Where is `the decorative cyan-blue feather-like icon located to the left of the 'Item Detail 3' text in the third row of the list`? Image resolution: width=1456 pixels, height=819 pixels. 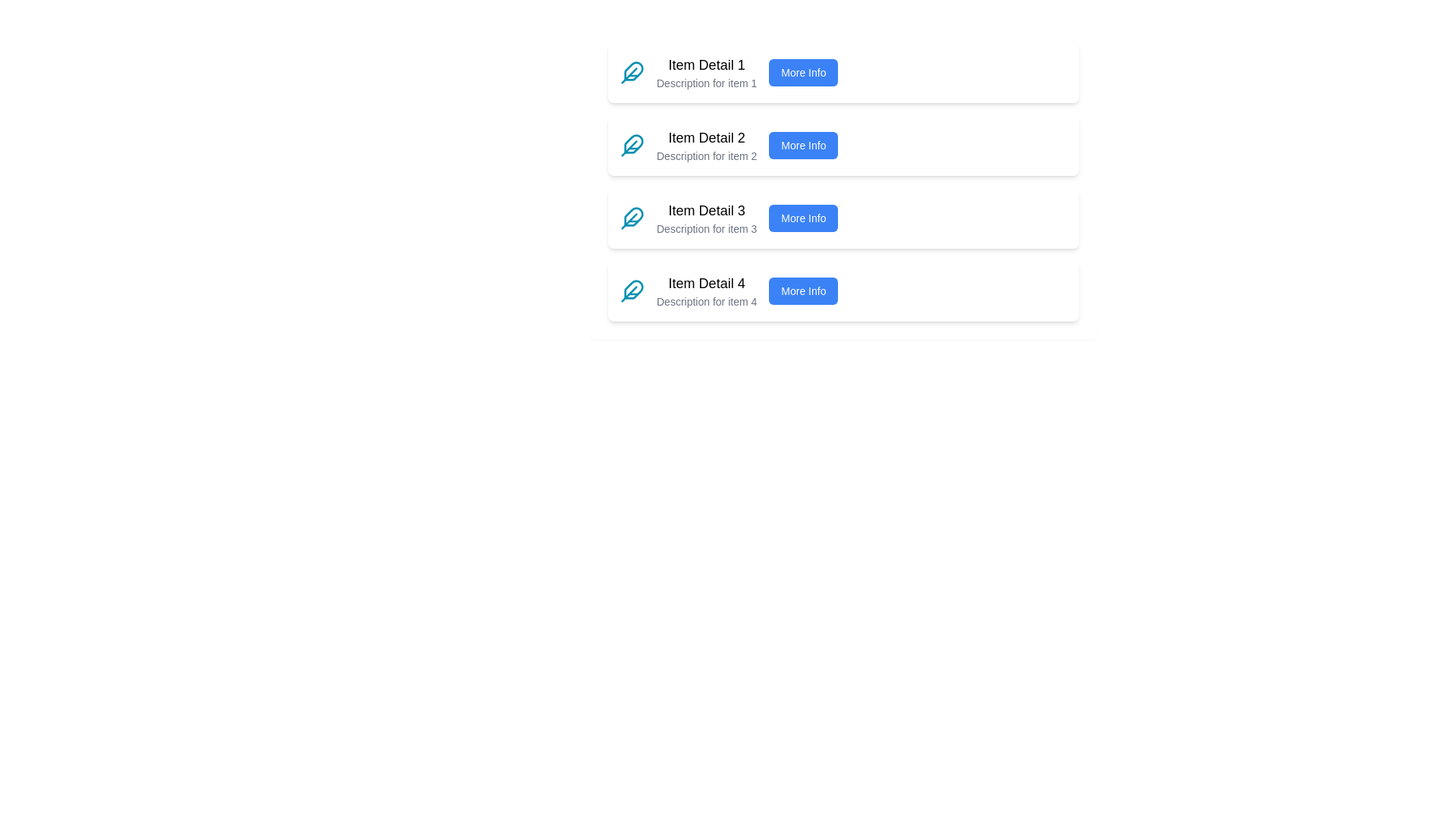
the decorative cyan-blue feather-like icon located to the left of the 'Item Detail 3' text in the third row of the list is located at coordinates (633, 216).